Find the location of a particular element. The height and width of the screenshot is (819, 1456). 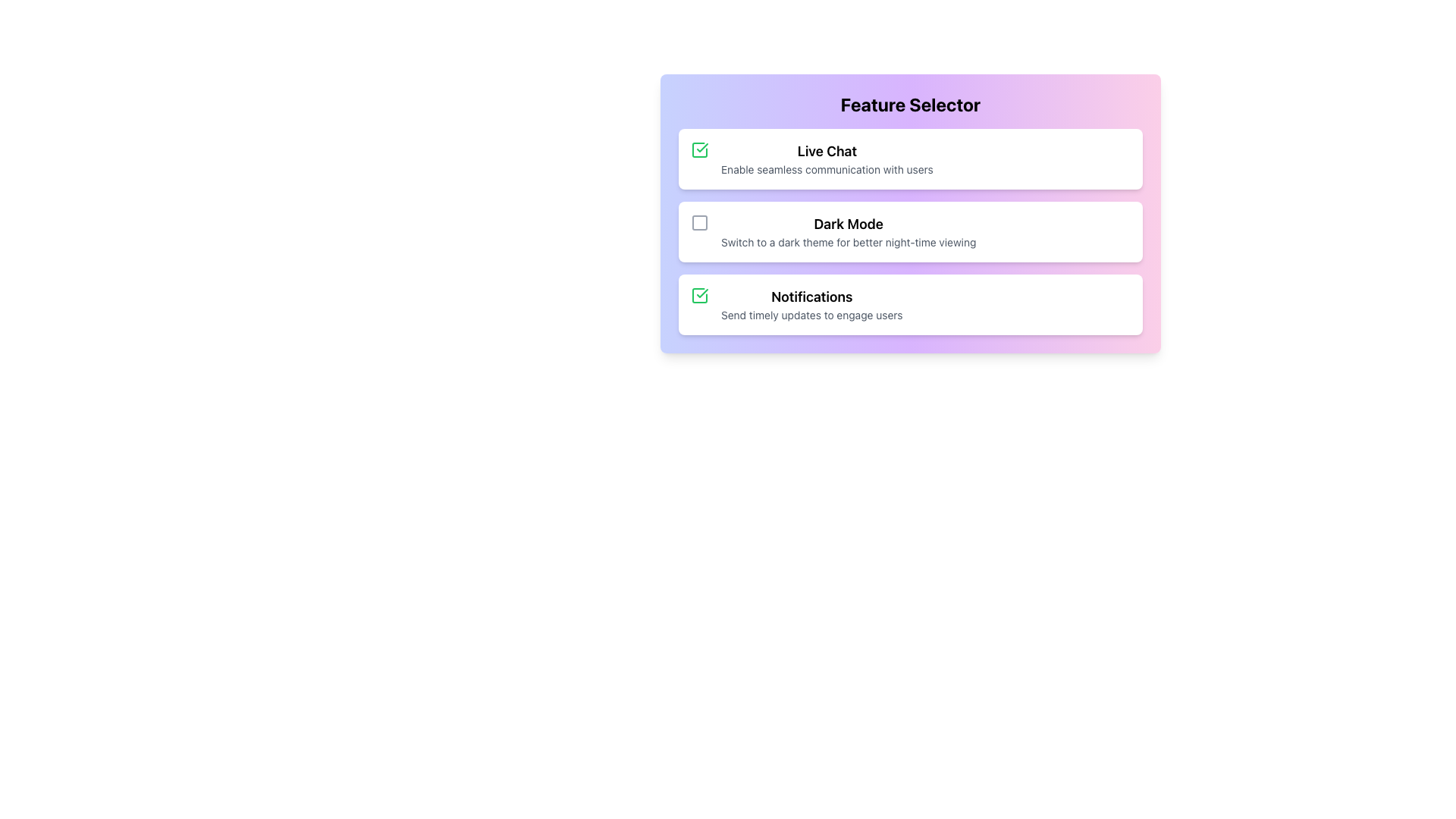

the 'Live Chat' text label located at the top of the 'Feature Selector' card, which is the first option in a vertically stacked list is located at coordinates (826, 152).